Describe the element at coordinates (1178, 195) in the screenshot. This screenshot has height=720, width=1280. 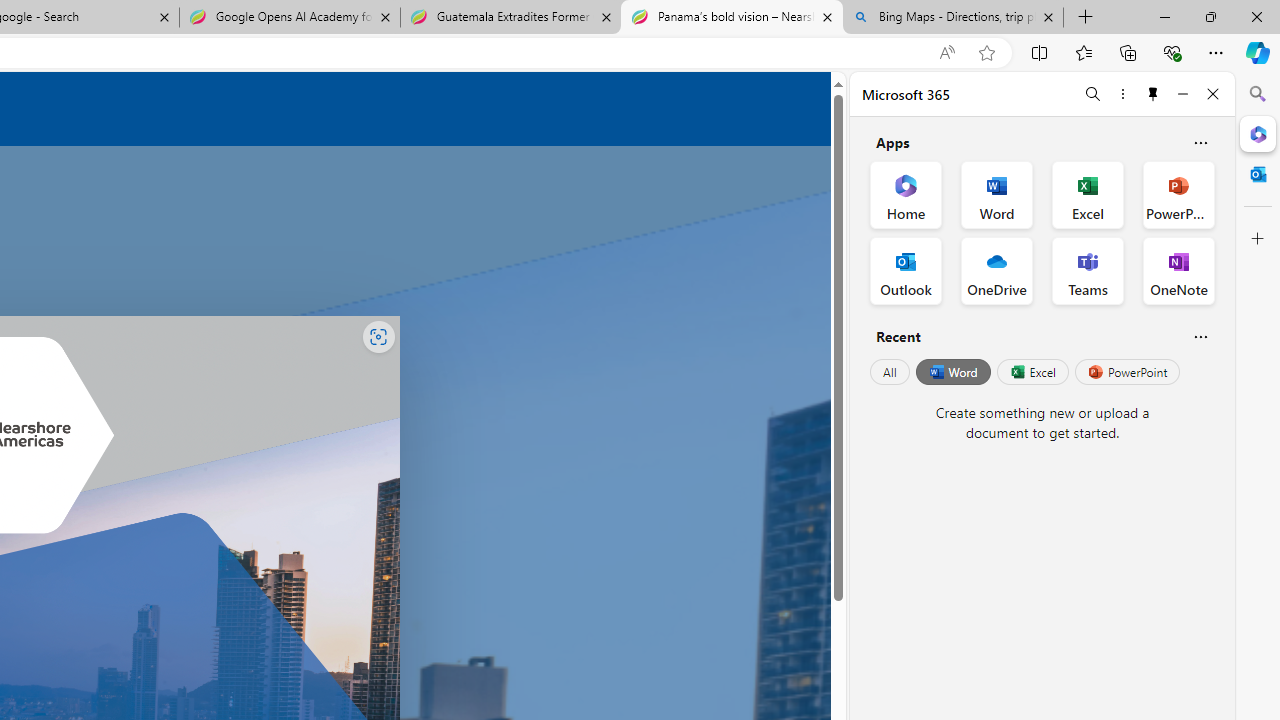
I see `'PowerPoint Office App'` at that location.